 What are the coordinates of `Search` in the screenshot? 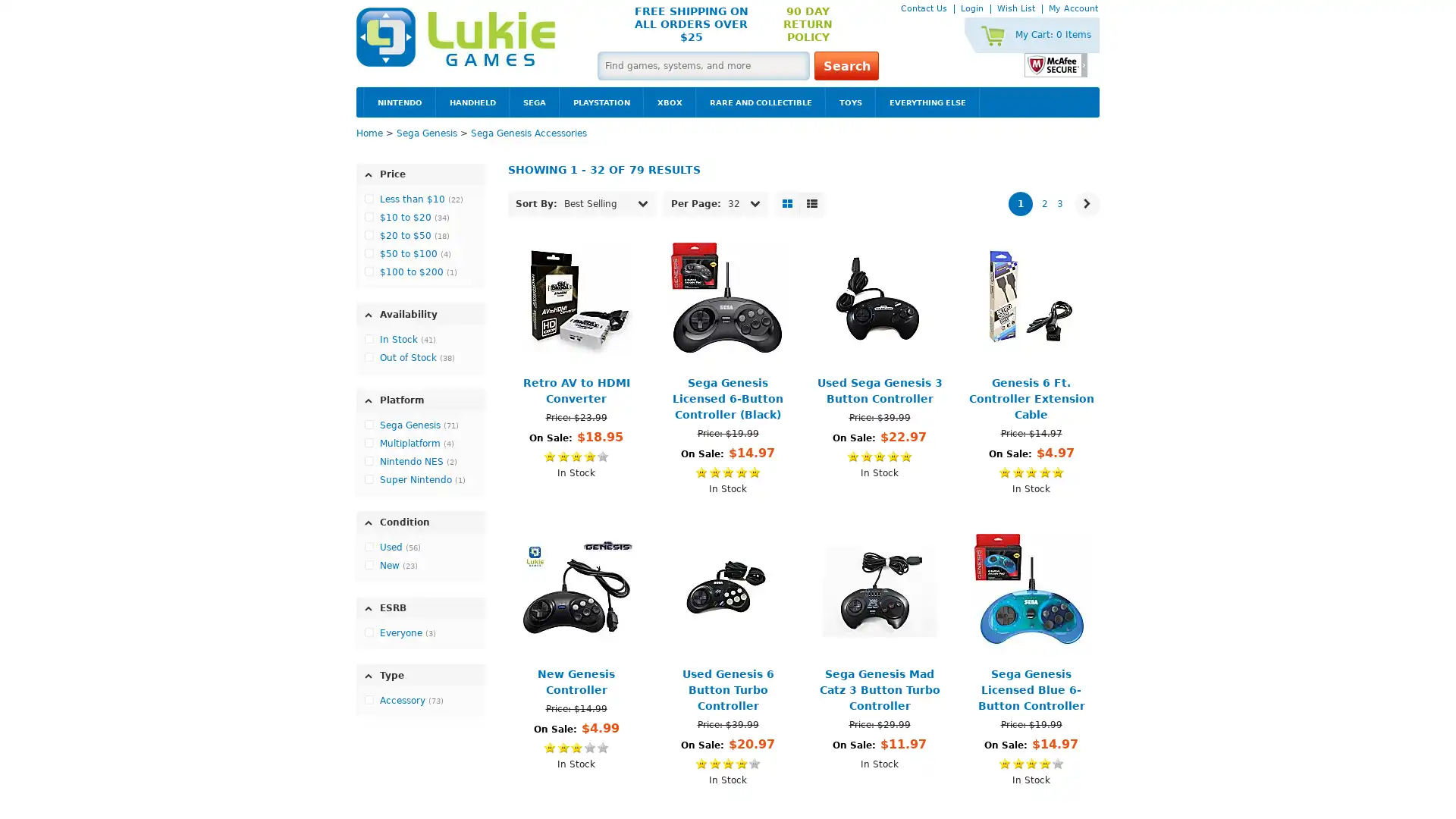 It's located at (846, 65).